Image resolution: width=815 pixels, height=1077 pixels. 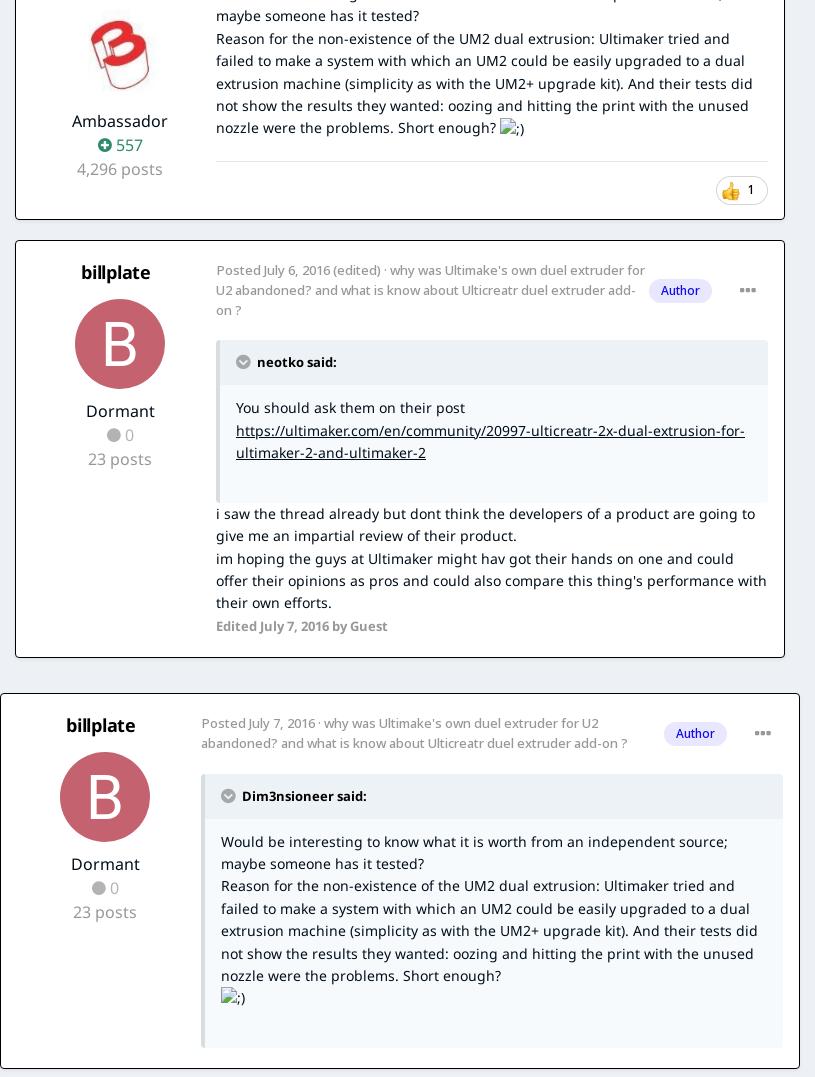 What do you see at coordinates (751, 187) in the screenshot?
I see `'1'` at bounding box center [751, 187].